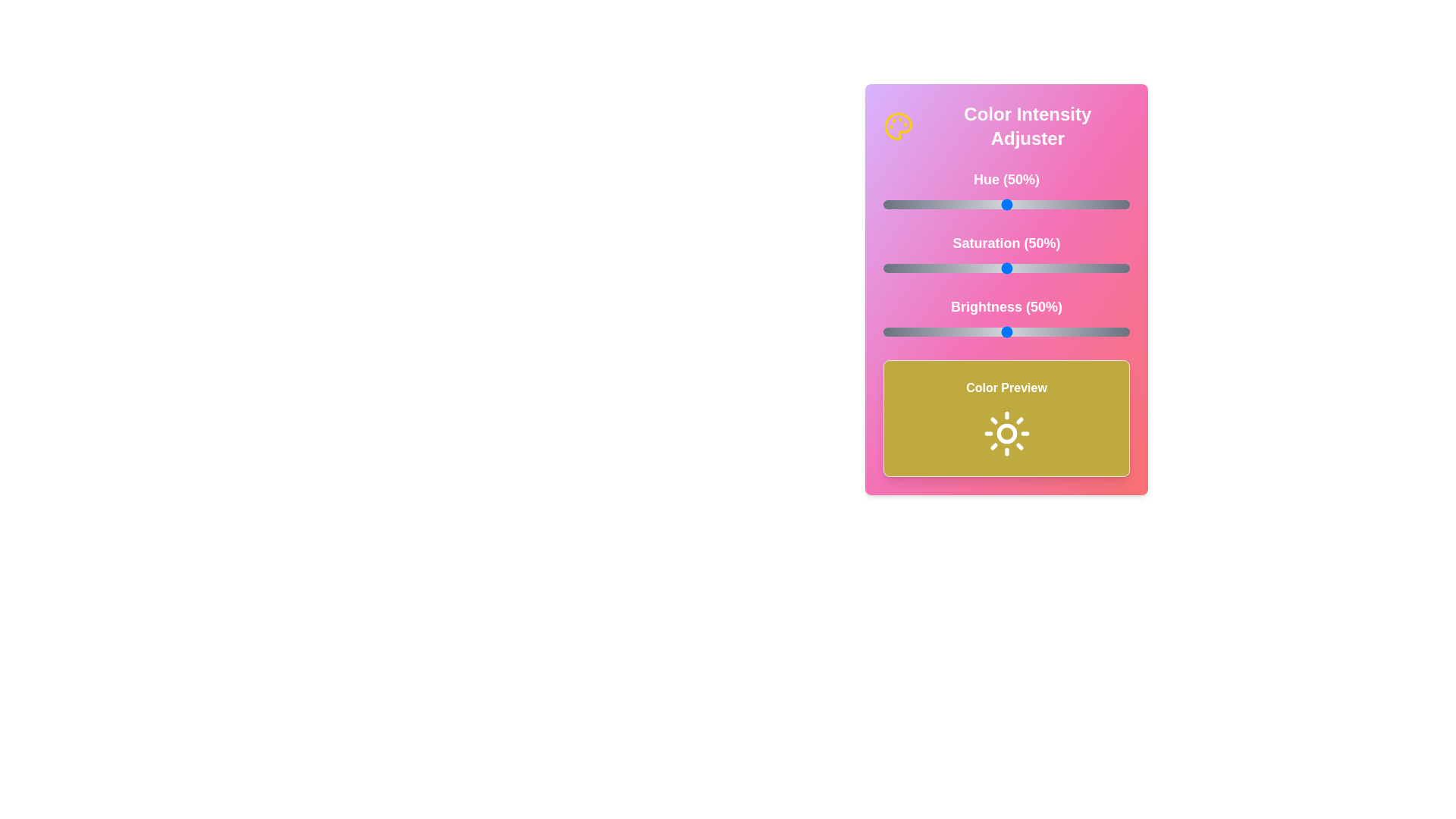  I want to click on the saturation slider to 50%, so click(1006, 268).